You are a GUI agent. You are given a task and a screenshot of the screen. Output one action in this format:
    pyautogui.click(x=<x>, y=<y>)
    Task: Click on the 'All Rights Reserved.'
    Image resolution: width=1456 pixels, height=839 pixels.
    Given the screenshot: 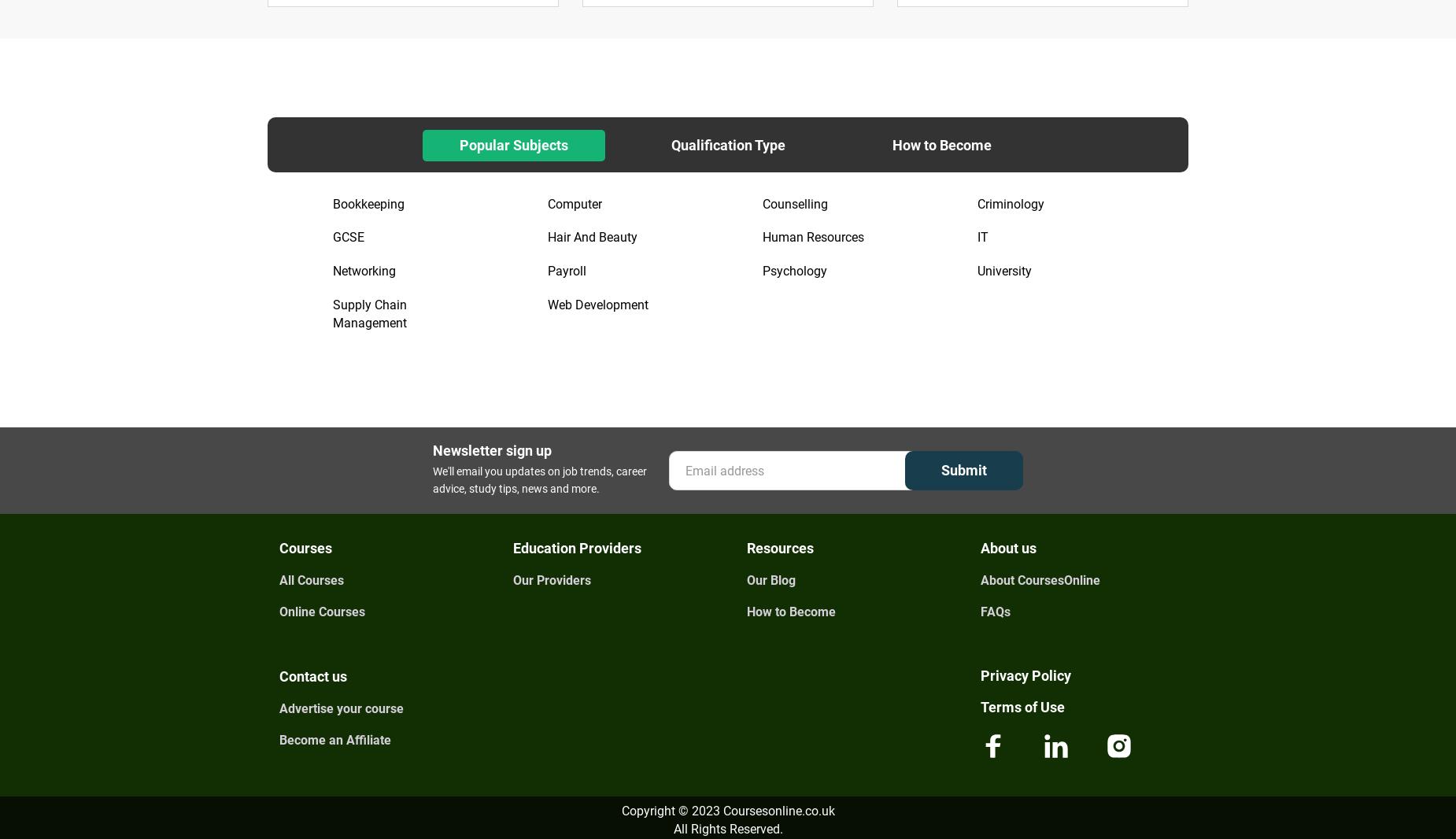 What is the action you would take?
    pyautogui.click(x=673, y=828)
    